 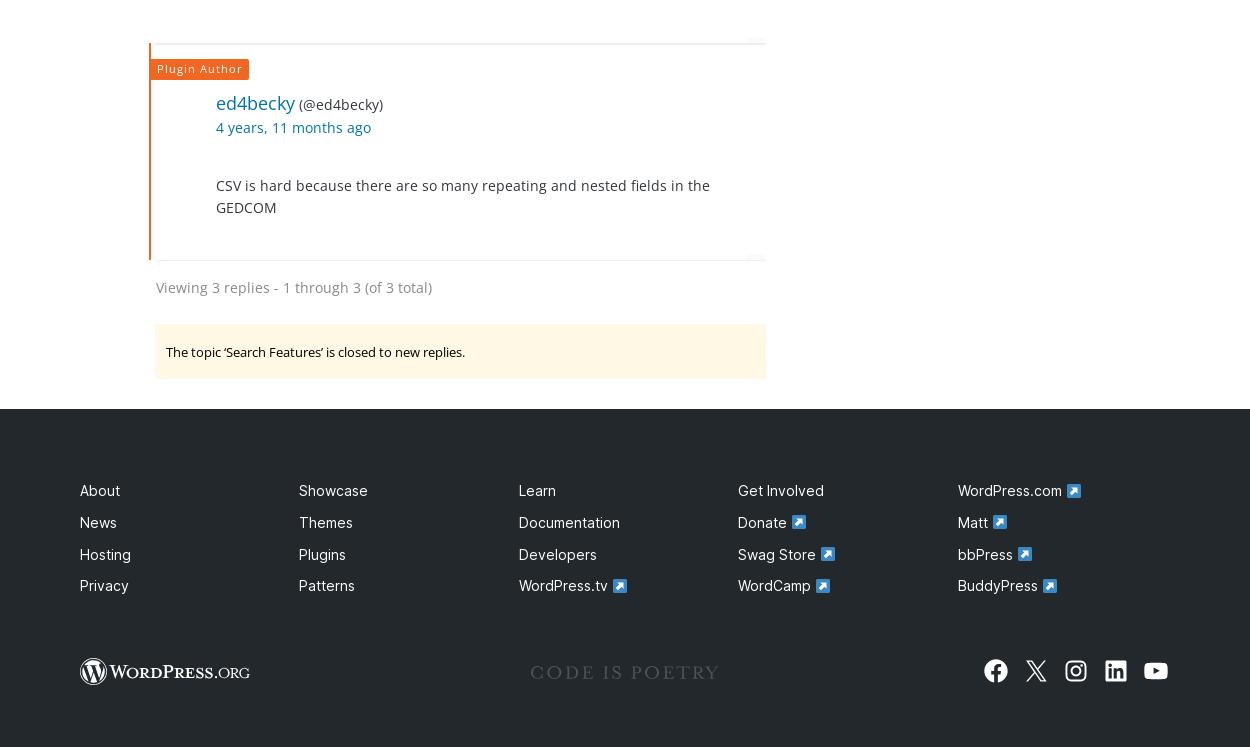 I want to click on 'Get Involved', so click(x=781, y=489).